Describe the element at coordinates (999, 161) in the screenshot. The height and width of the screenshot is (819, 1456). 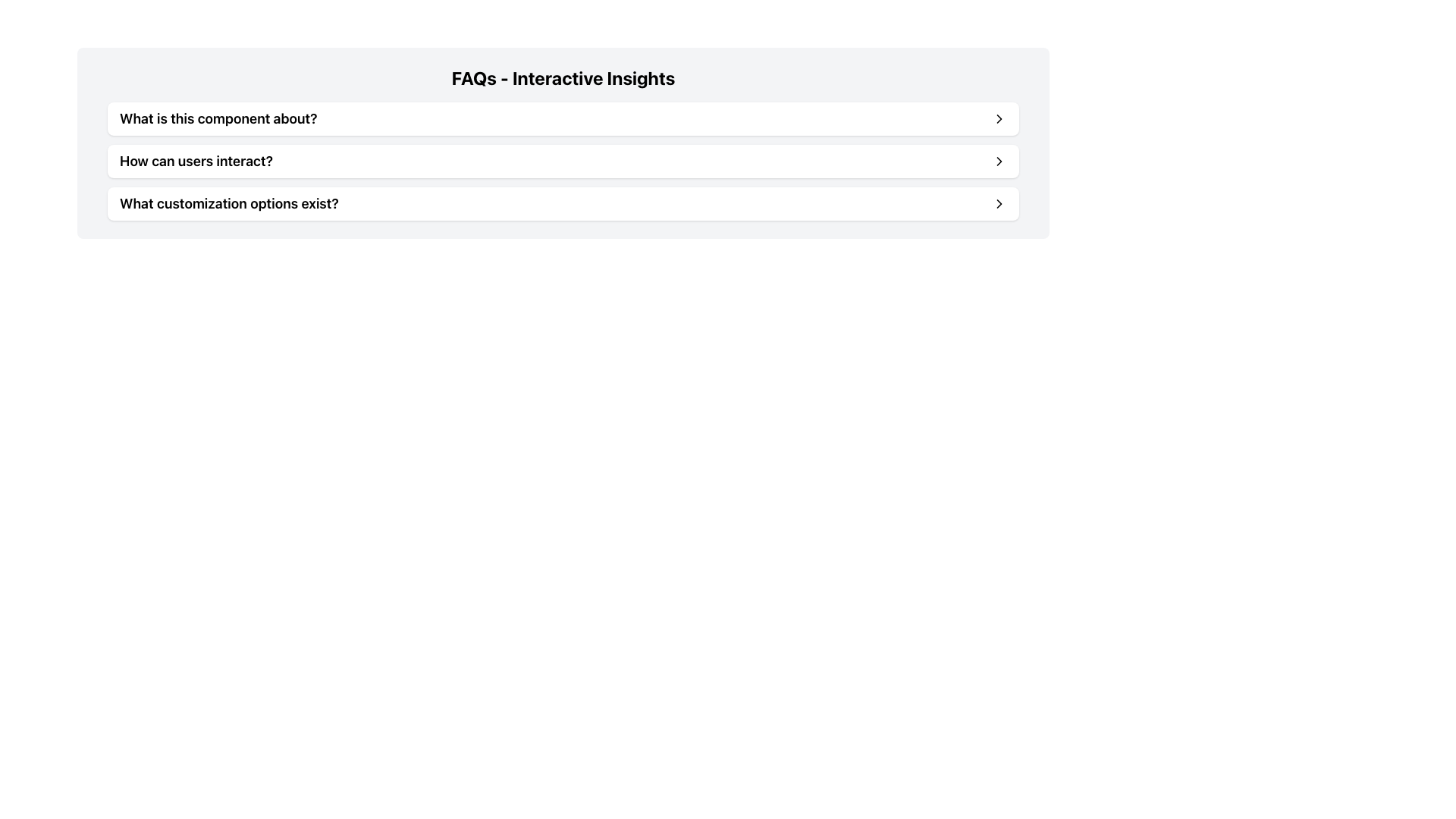
I see `the chevron SVG icon located on the right side of the button labeled 'How can users interact?'` at that location.